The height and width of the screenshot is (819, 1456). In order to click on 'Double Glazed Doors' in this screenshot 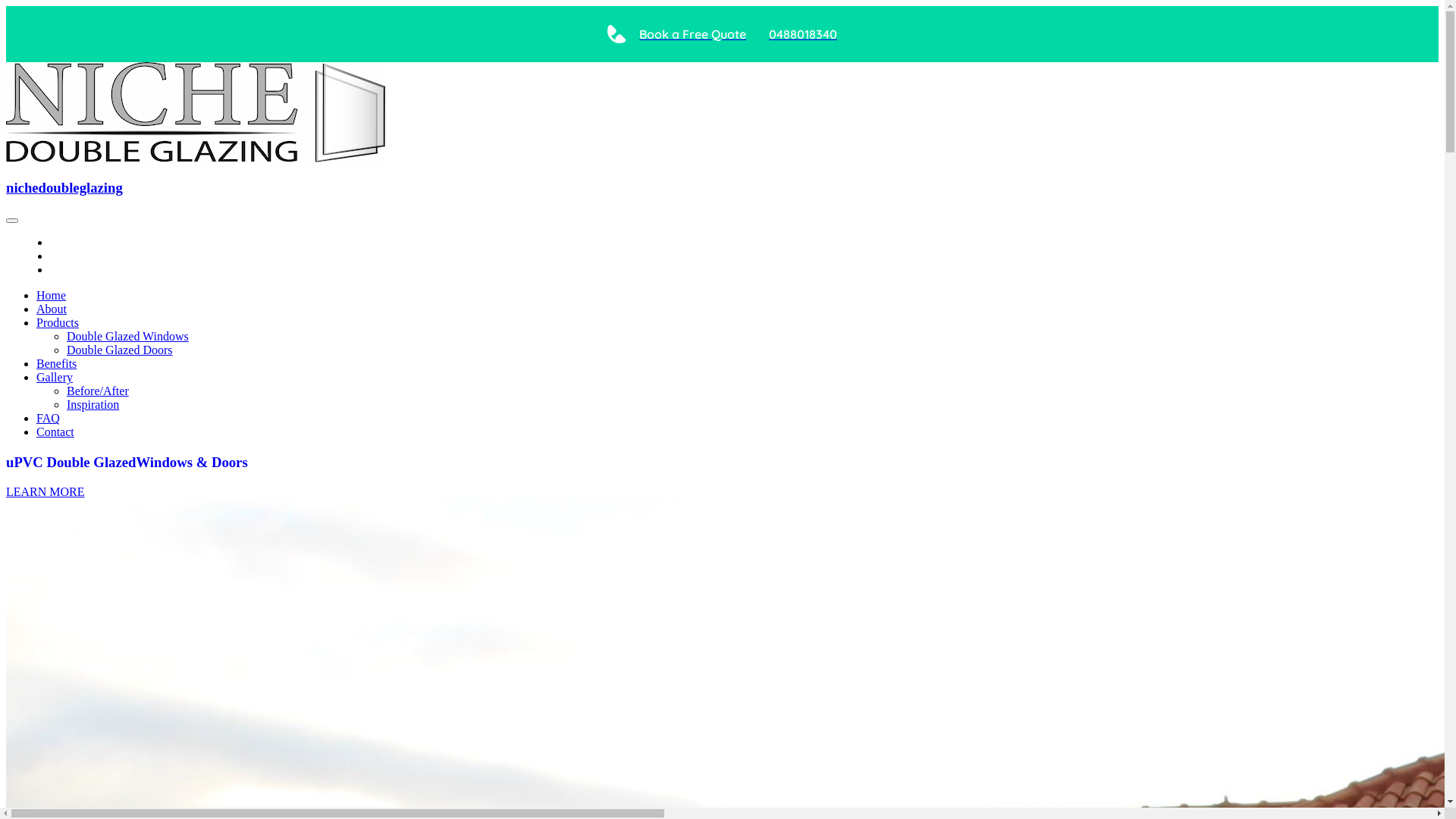, I will do `click(119, 350)`.